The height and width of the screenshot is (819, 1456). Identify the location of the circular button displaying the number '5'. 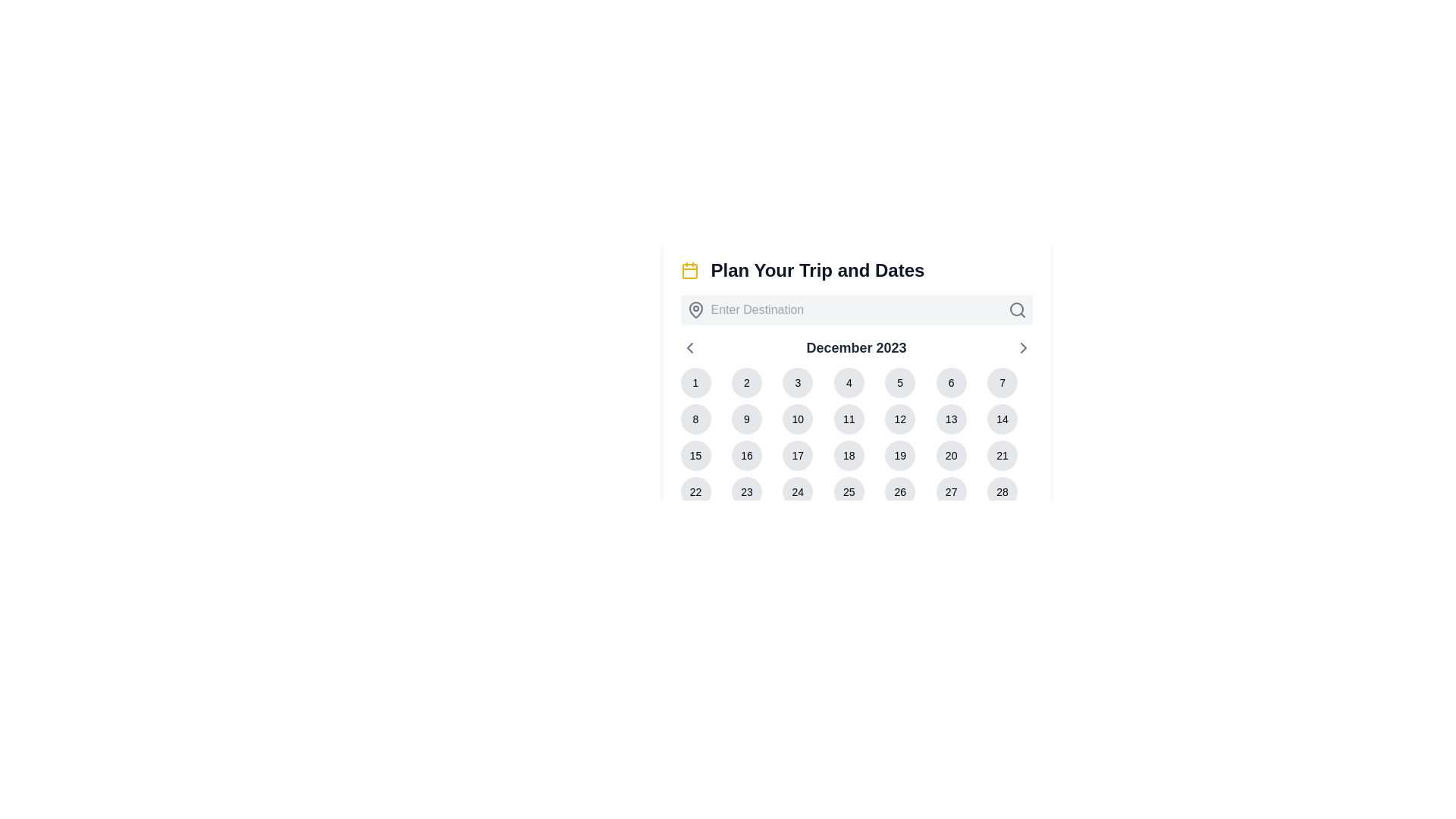
(900, 382).